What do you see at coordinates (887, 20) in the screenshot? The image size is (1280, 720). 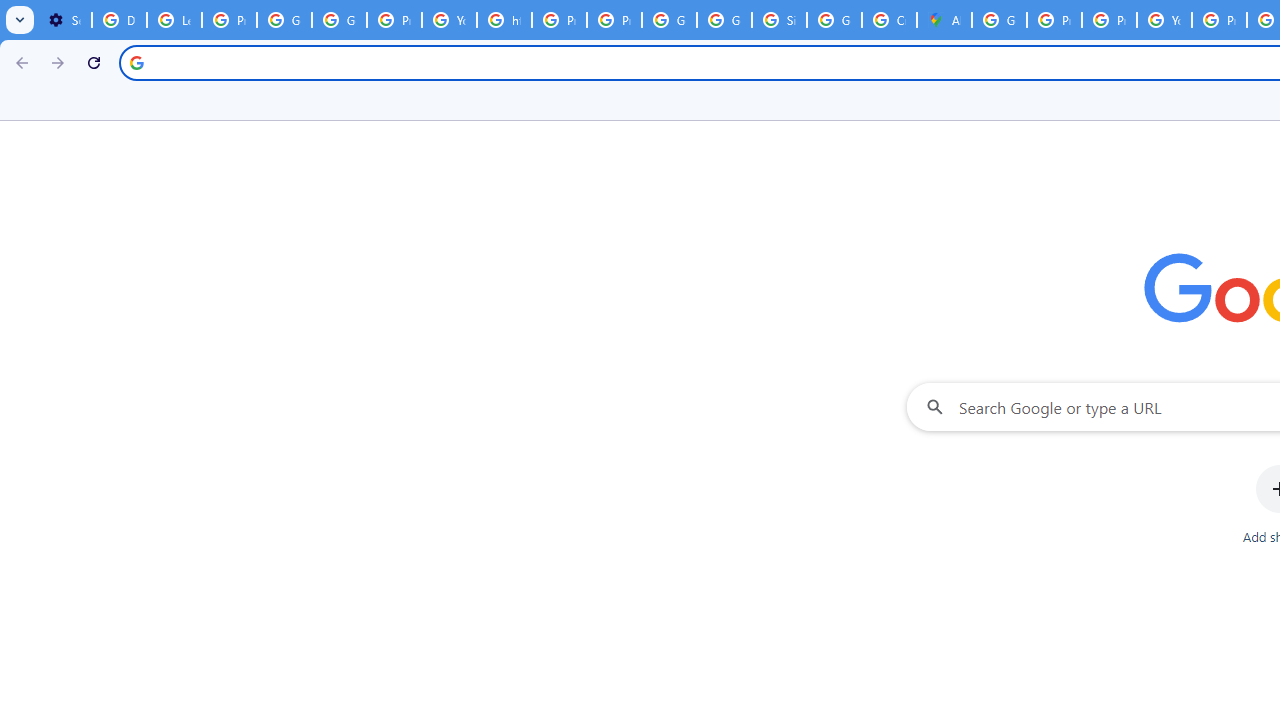 I see `'Create your Google Account'` at bounding box center [887, 20].